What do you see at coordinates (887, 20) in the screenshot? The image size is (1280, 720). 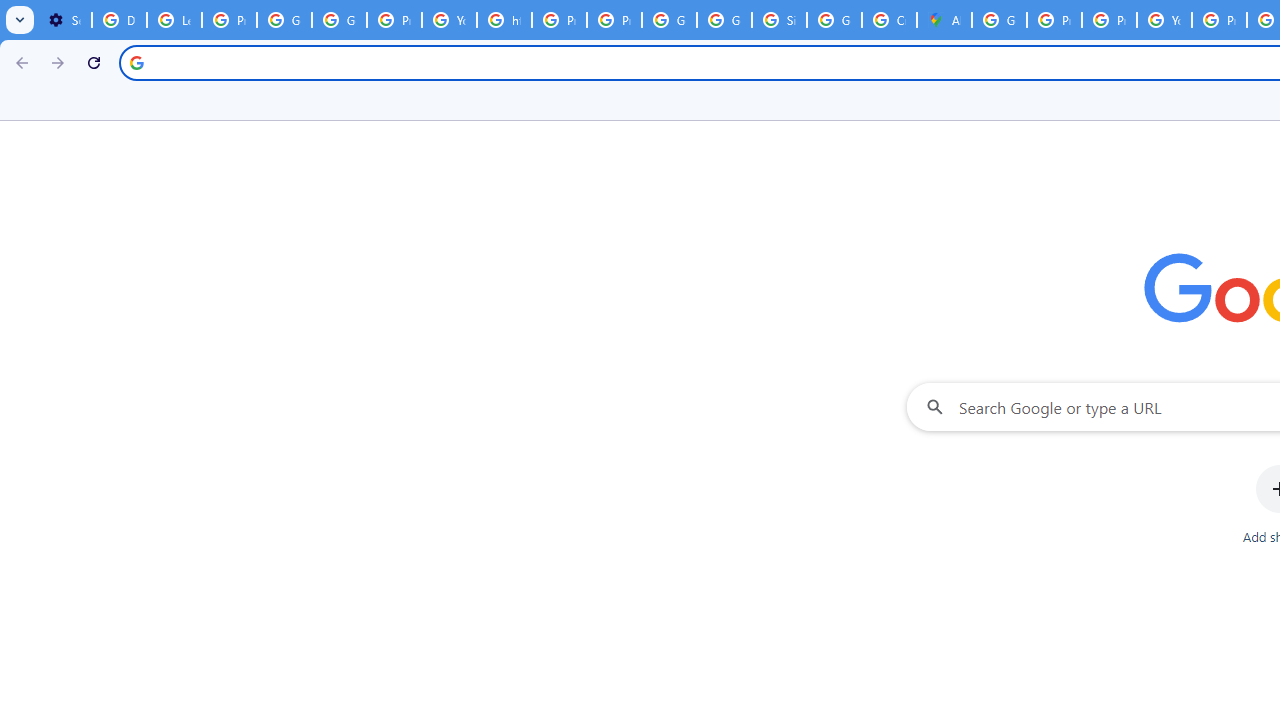 I see `'Create your Google Account'` at bounding box center [887, 20].